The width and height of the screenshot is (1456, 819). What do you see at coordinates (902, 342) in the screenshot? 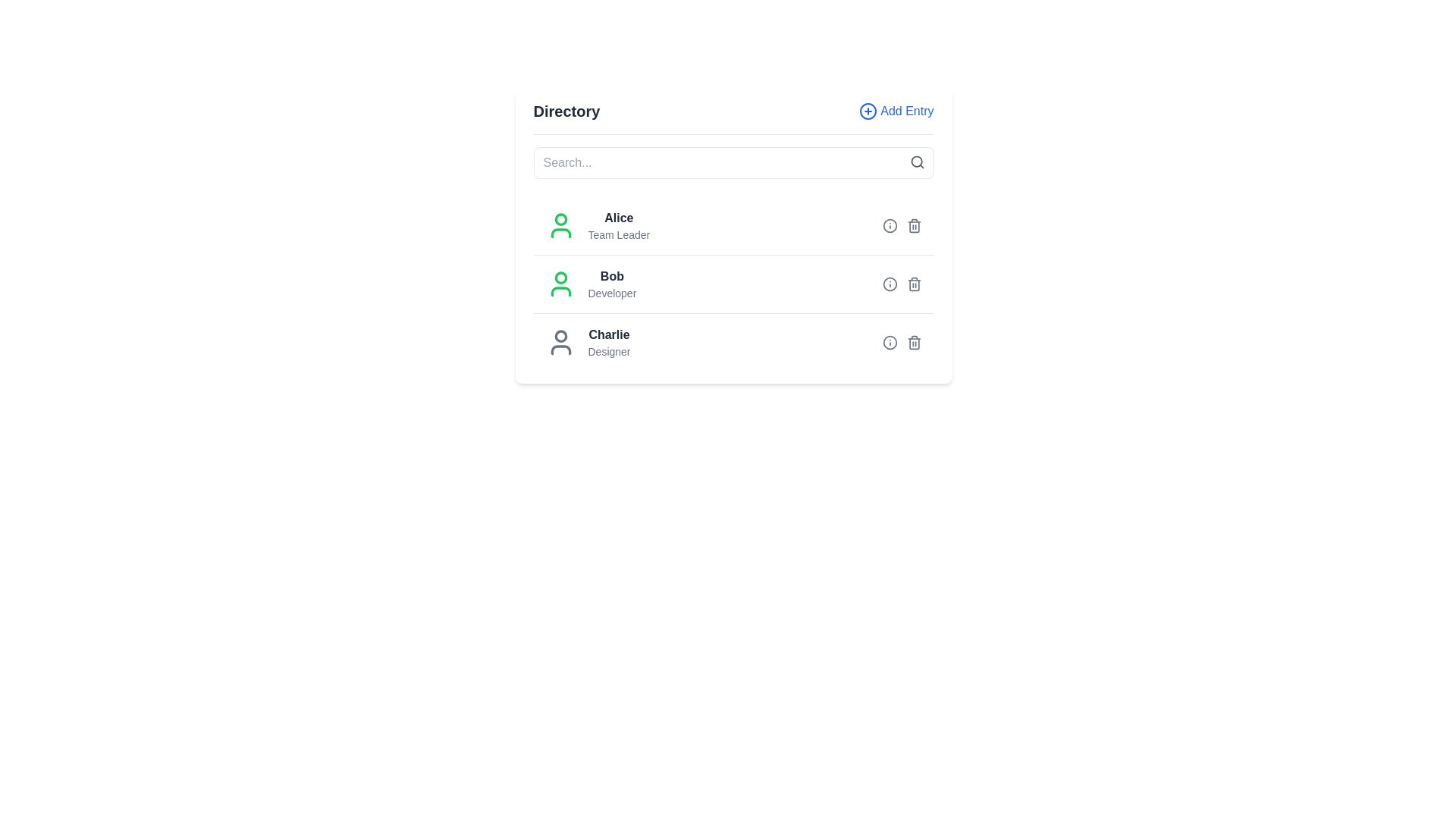
I see `the group of interactive buttons or action icons related to the 'Charlie' entry, specifically the third row of icons adjacent to 'Charlie' and 'Designer'` at bounding box center [902, 342].